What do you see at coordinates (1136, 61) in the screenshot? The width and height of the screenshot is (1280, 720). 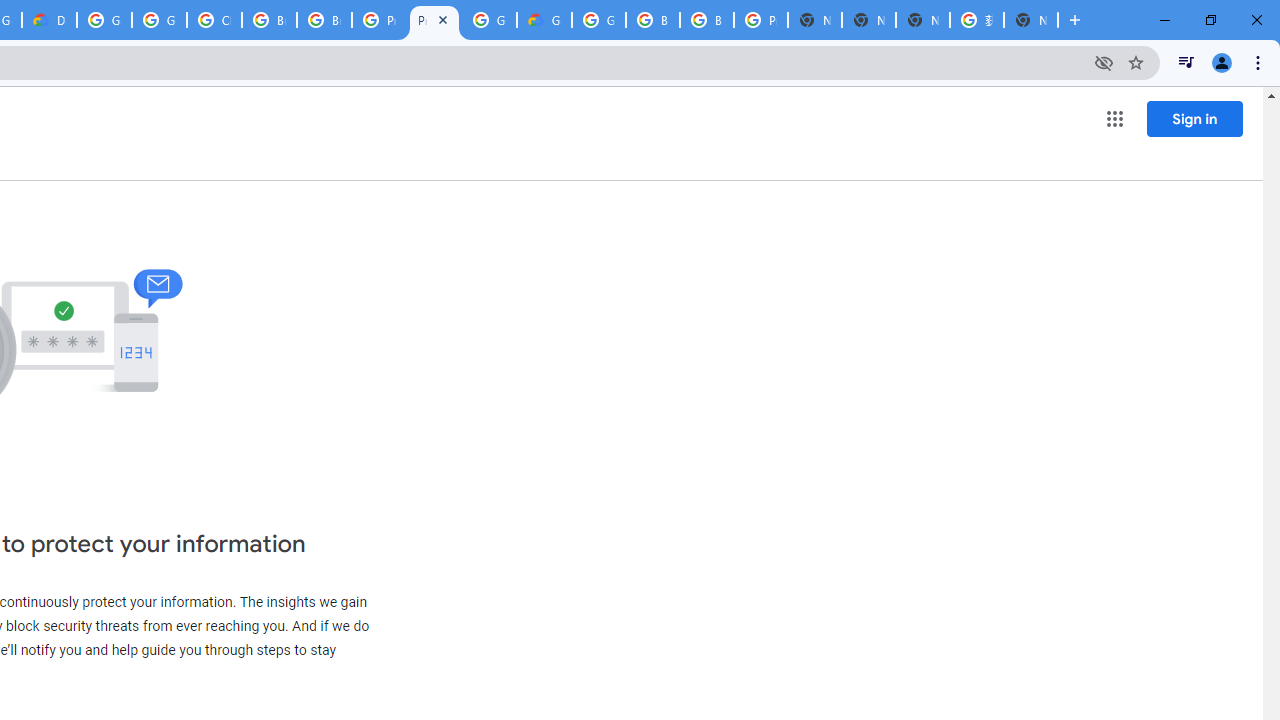 I see `'Bookmark this tab'` at bounding box center [1136, 61].